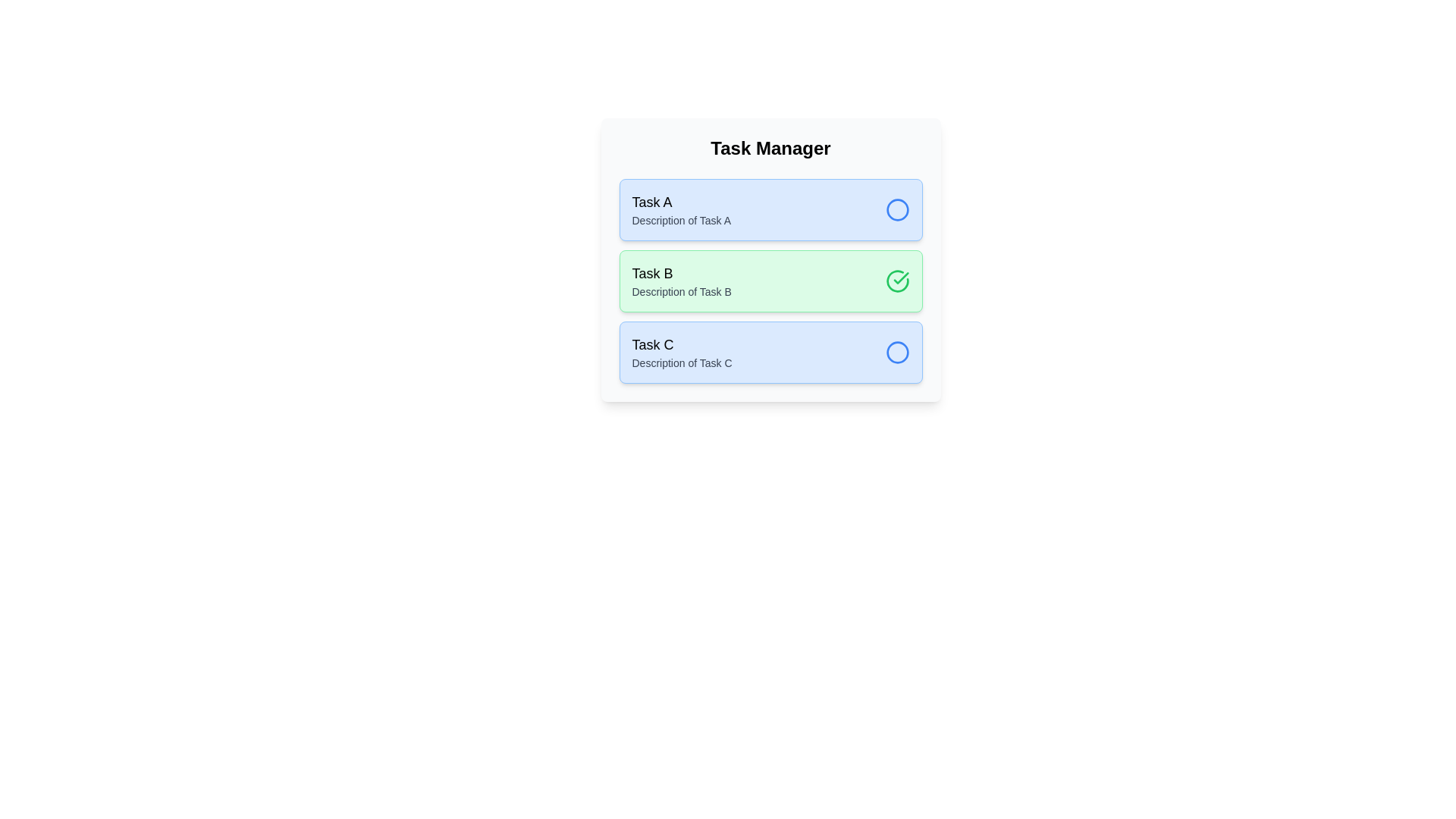 This screenshot has width=1456, height=819. I want to click on the checkmark icon located at the top-right corner of the light green task item labeled 'Task B', which serves as an indicator for the completion or selection status of 'Task B', so click(901, 278).